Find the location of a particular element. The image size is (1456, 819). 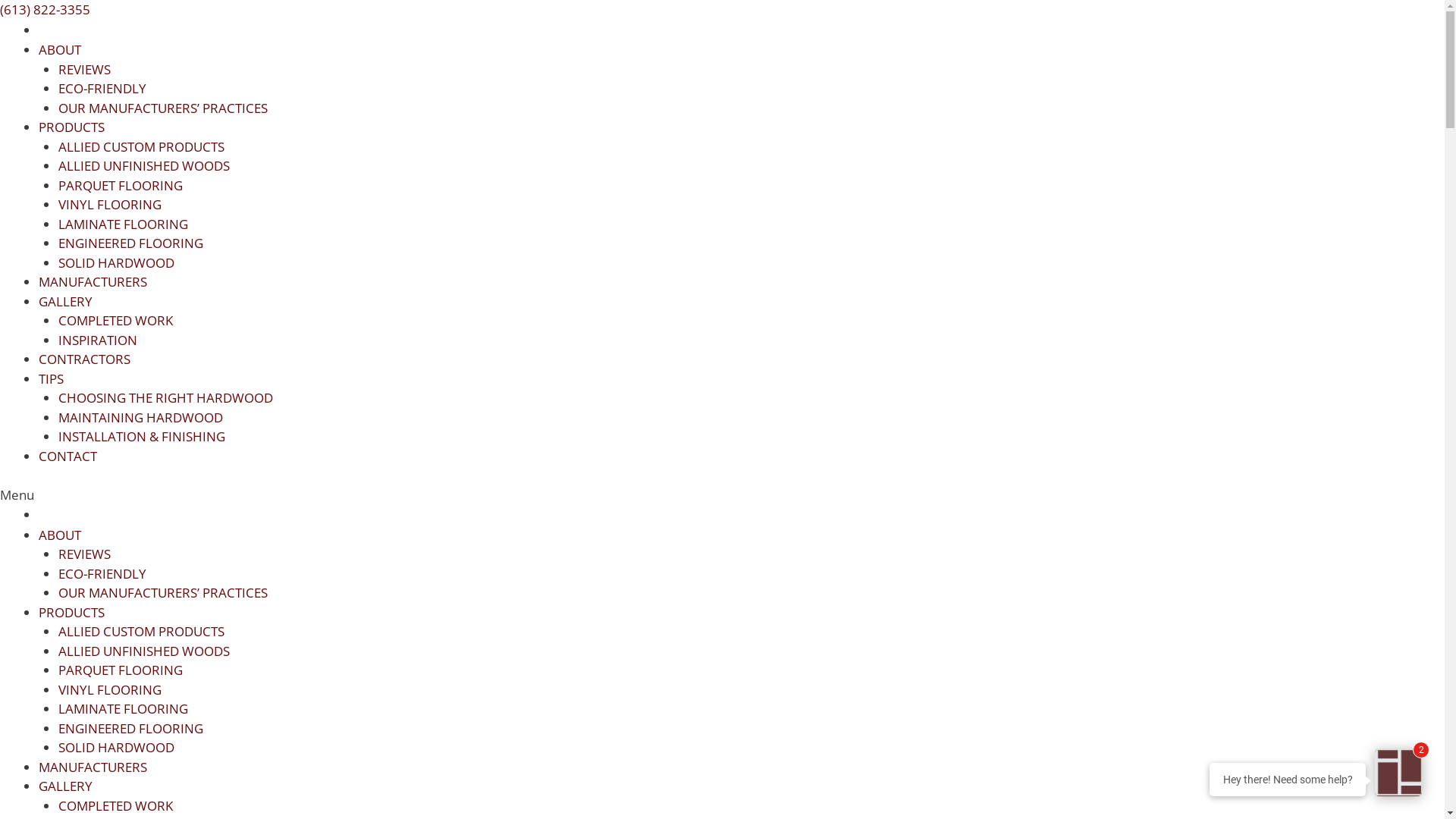

'ECO-FRIENDLY' is located at coordinates (101, 88).